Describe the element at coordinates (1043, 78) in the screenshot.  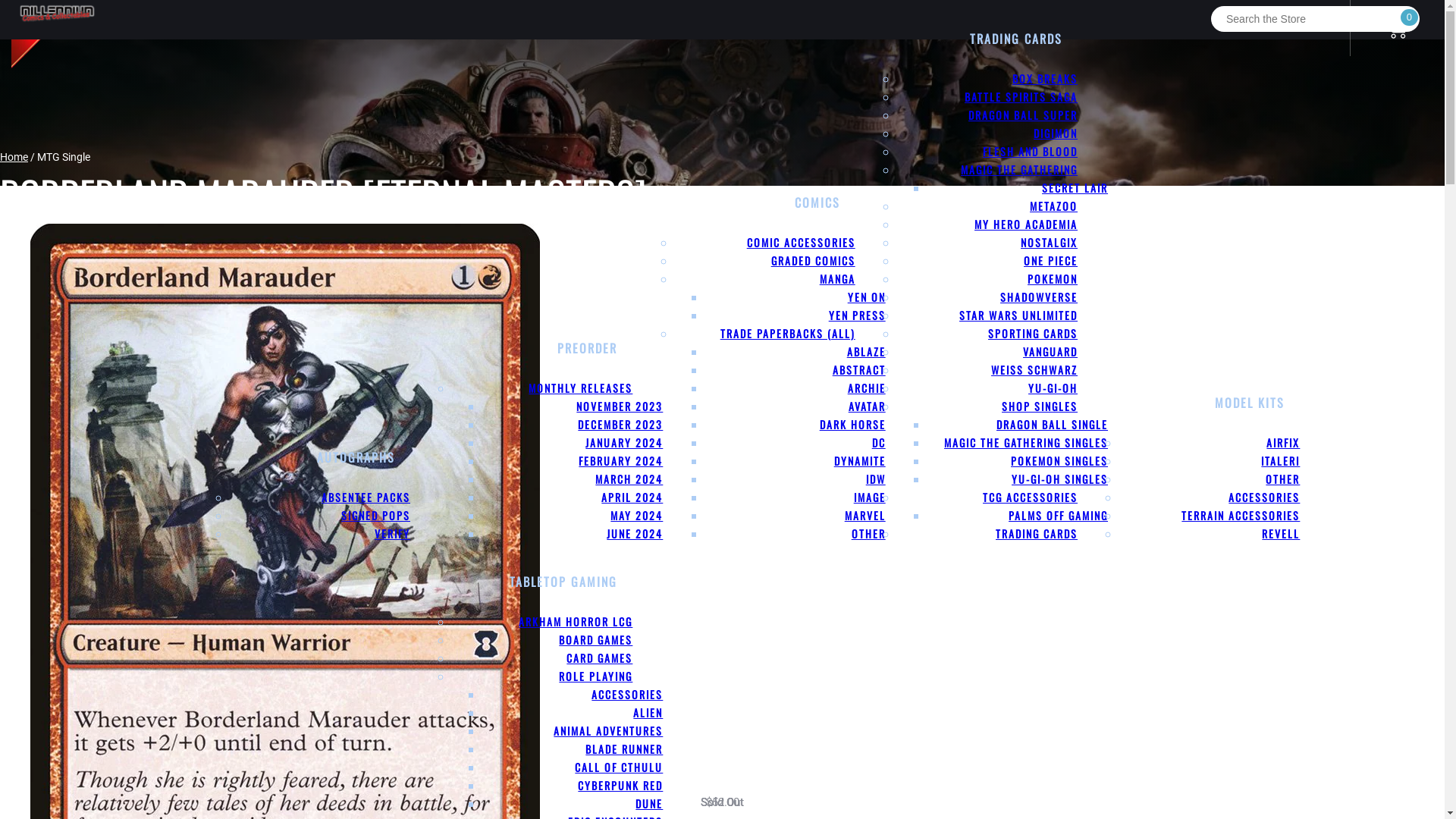
I see `'BOX BREAKS'` at that location.